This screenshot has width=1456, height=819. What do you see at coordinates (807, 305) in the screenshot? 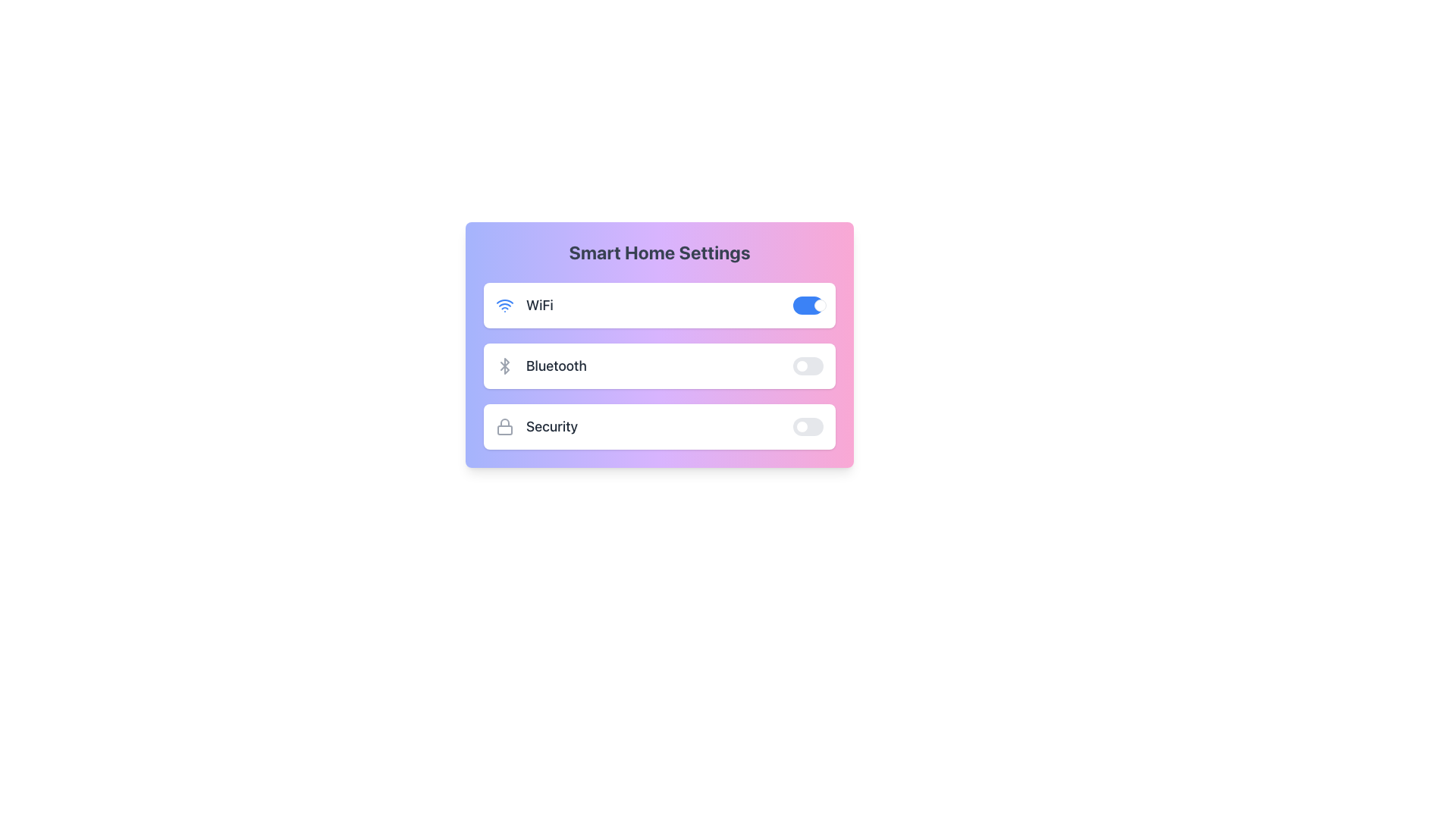
I see `the toggle switch styled with a blue and white appearance located in the top row of the 'Smart Home Settings' panel, to the right of the text 'WiFi'` at bounding box center [807, 305].